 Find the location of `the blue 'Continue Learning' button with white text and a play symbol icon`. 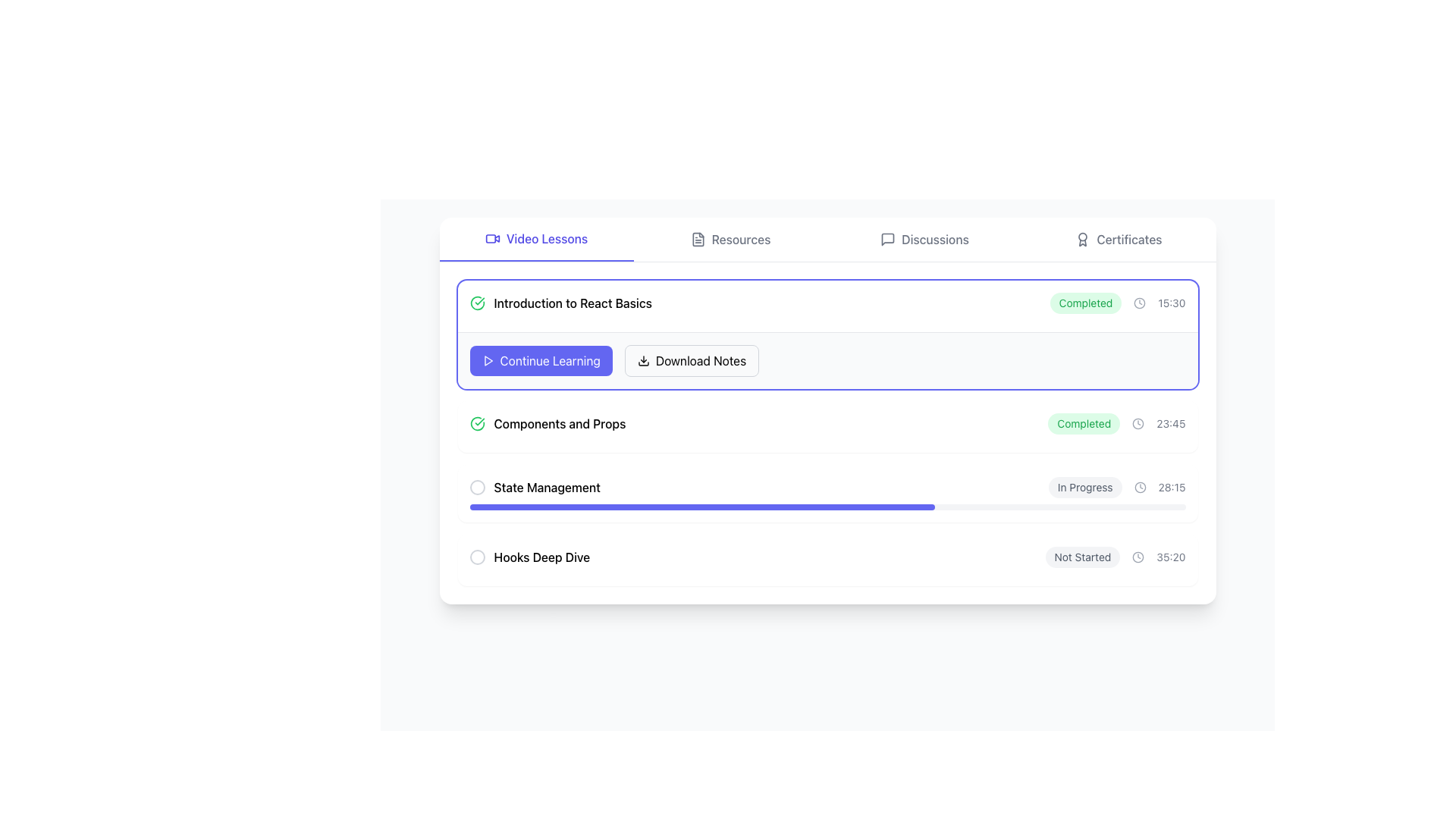

the blue 'Continue Learning' button with white text and a play symbol icon is located at coordinates (541, 360).